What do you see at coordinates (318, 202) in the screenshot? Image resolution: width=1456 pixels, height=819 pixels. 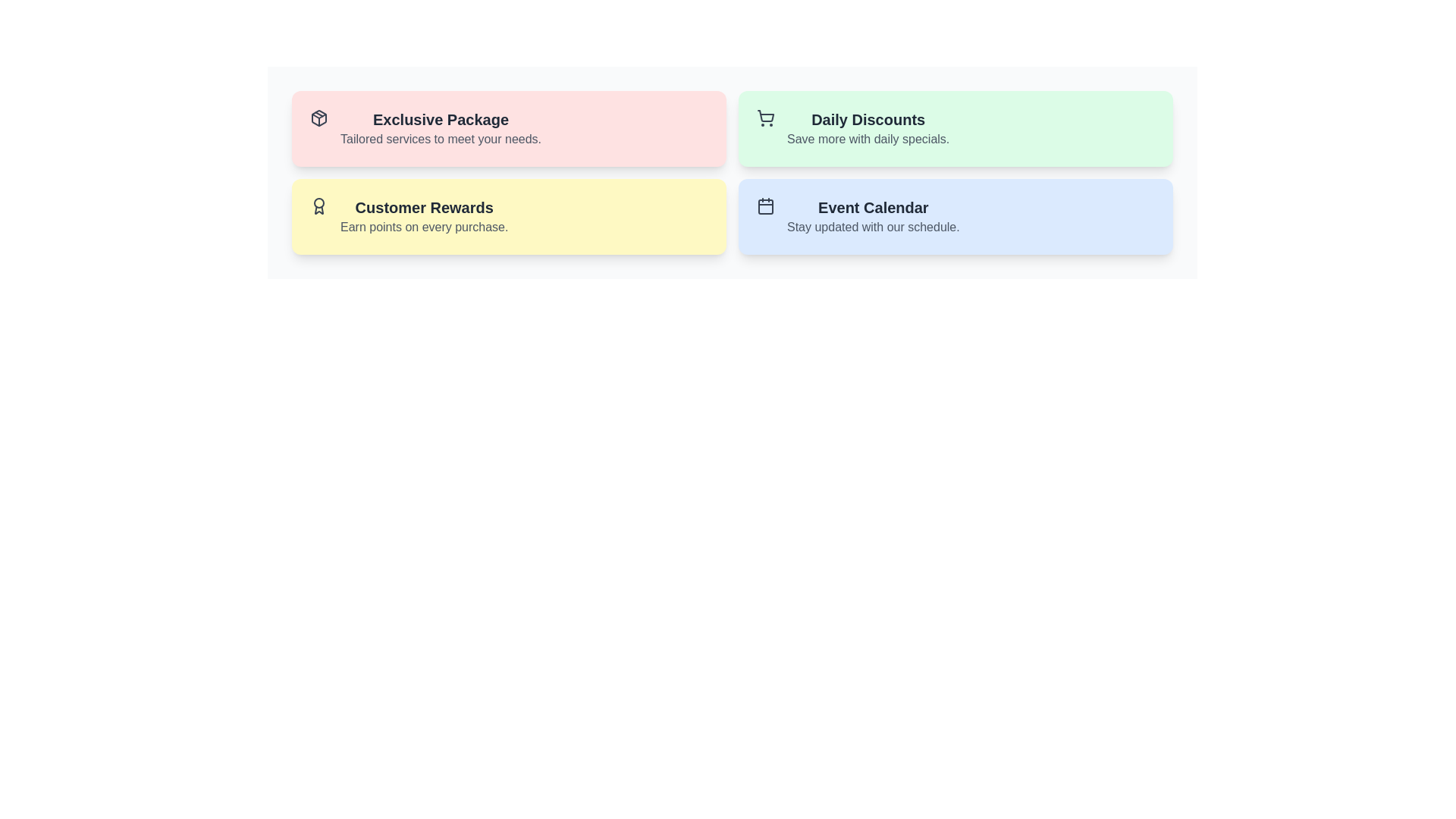 I see `the circular decorative element that forms the centerpiece of the award icon within the SVG graphic` at bounding box center [318, 202].